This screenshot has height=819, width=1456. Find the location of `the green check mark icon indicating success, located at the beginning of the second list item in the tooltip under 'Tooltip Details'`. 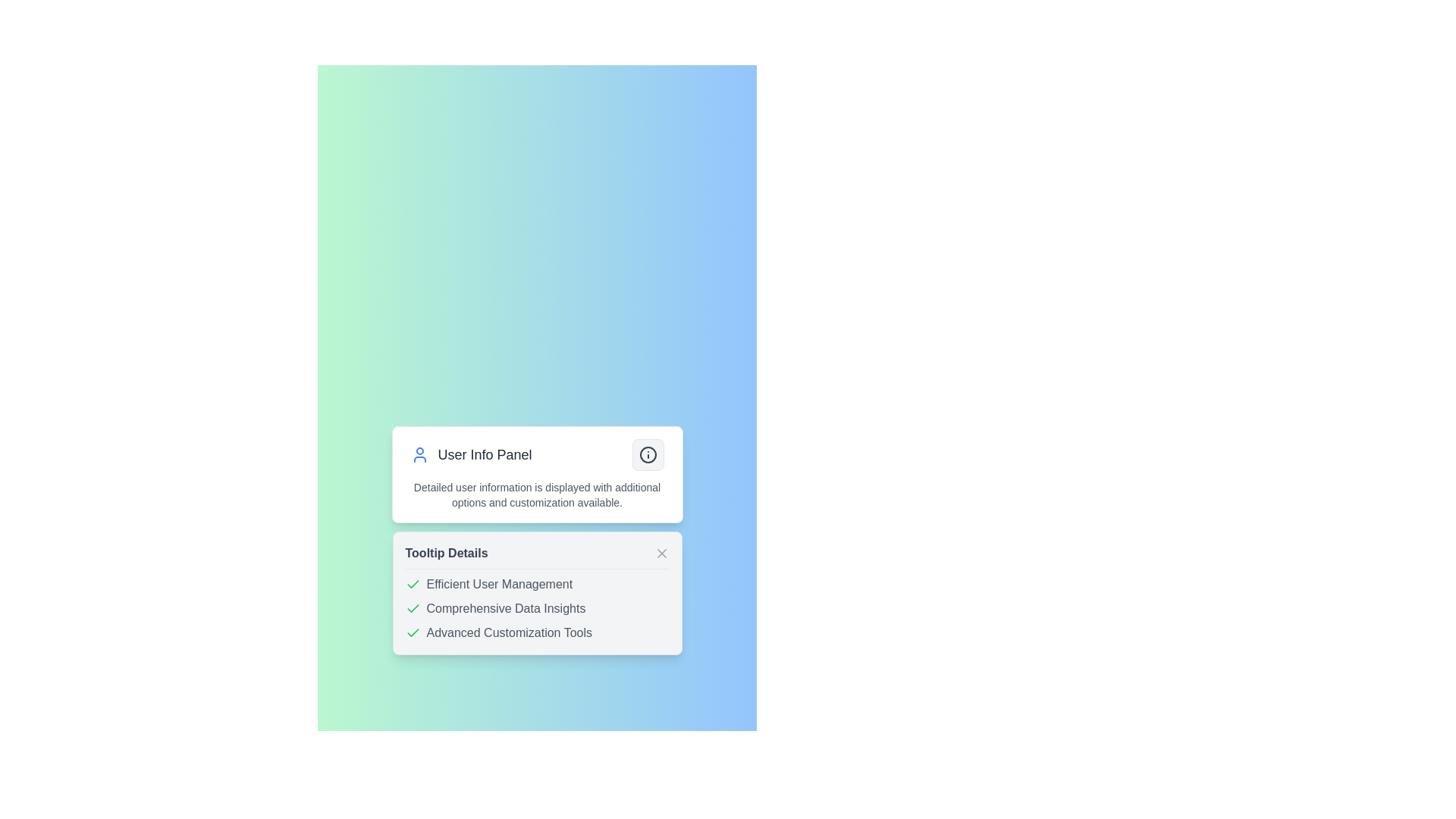

the green check mark icon indicating success, located at the beginning of the second list item in the tooltip under 'Tooltip Details' is located at coordinates (413, 632).